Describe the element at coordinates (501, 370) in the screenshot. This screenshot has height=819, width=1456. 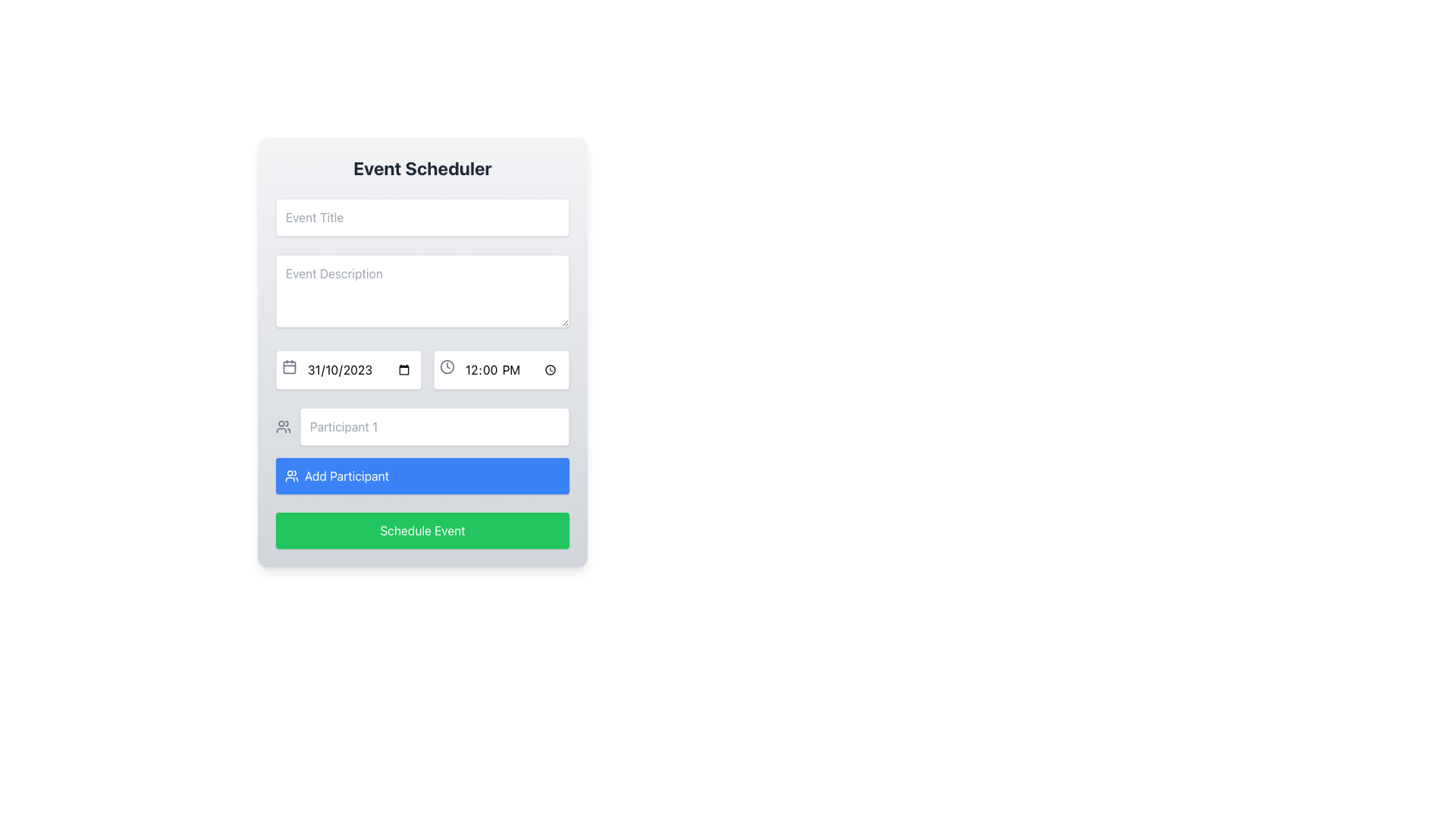
I see `the Time input field, the second interactive field in the form` at that location.